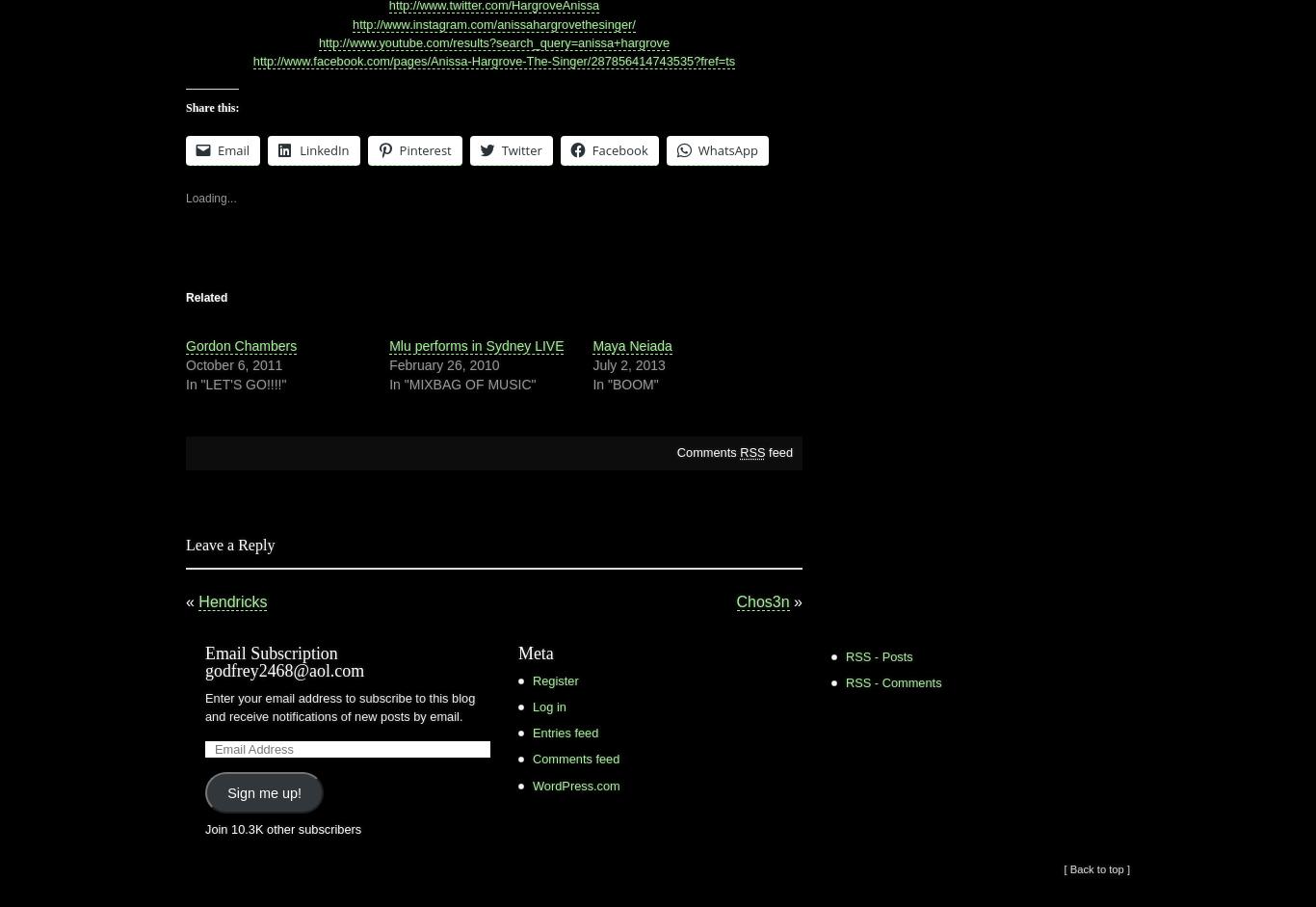 Image resolution: width=1316 pixels, height=907 pixels. What do you see at coordinates (493, 59) in the screenshot?
I see `'http://www.facebook.com/pages/Anissa-Hargrove-The-Singer/287856414743535?fref=ts'` at bounding box center [493, 59].